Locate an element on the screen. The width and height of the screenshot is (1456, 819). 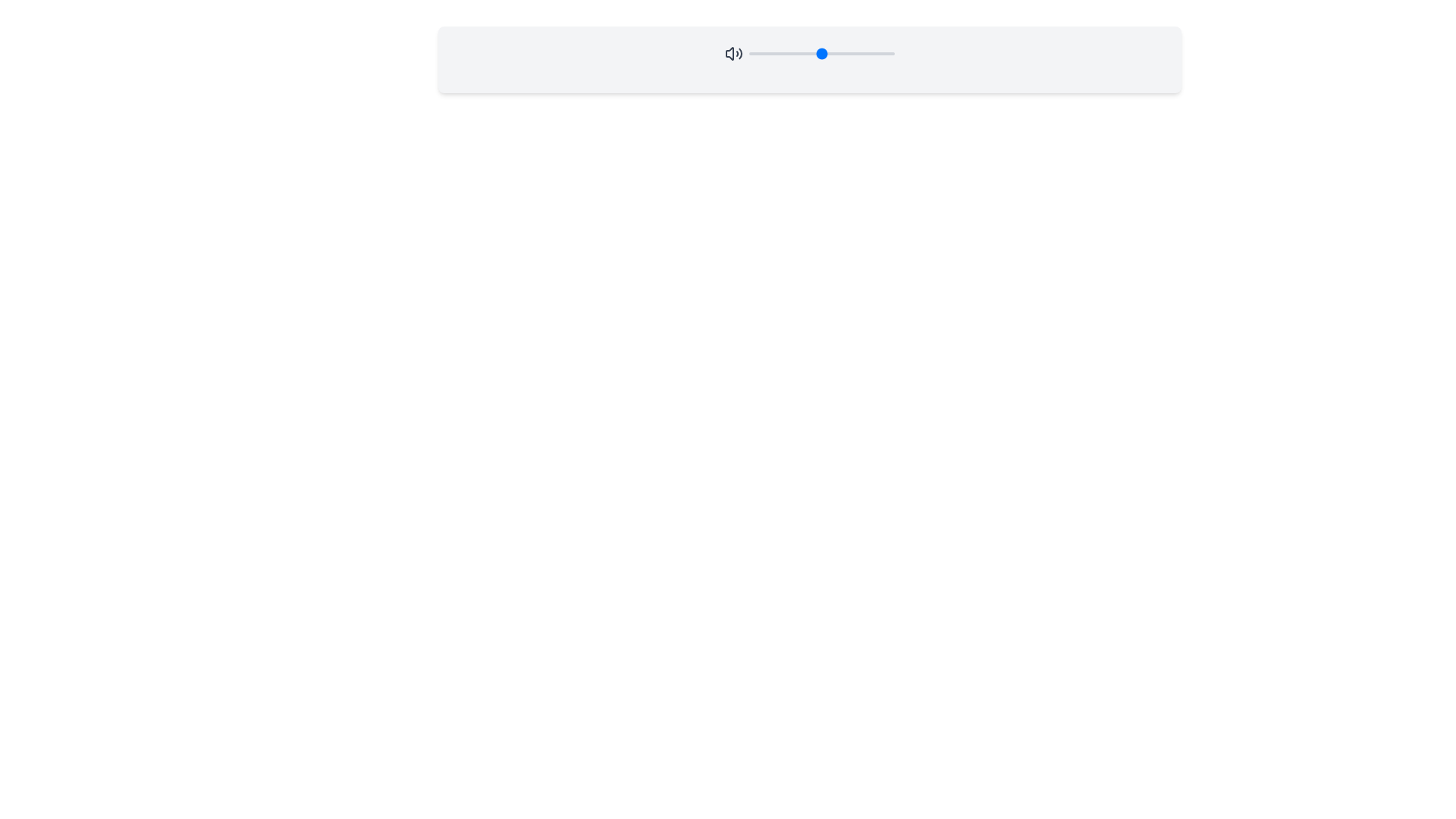
the slider is located at coordinates (837, 52).